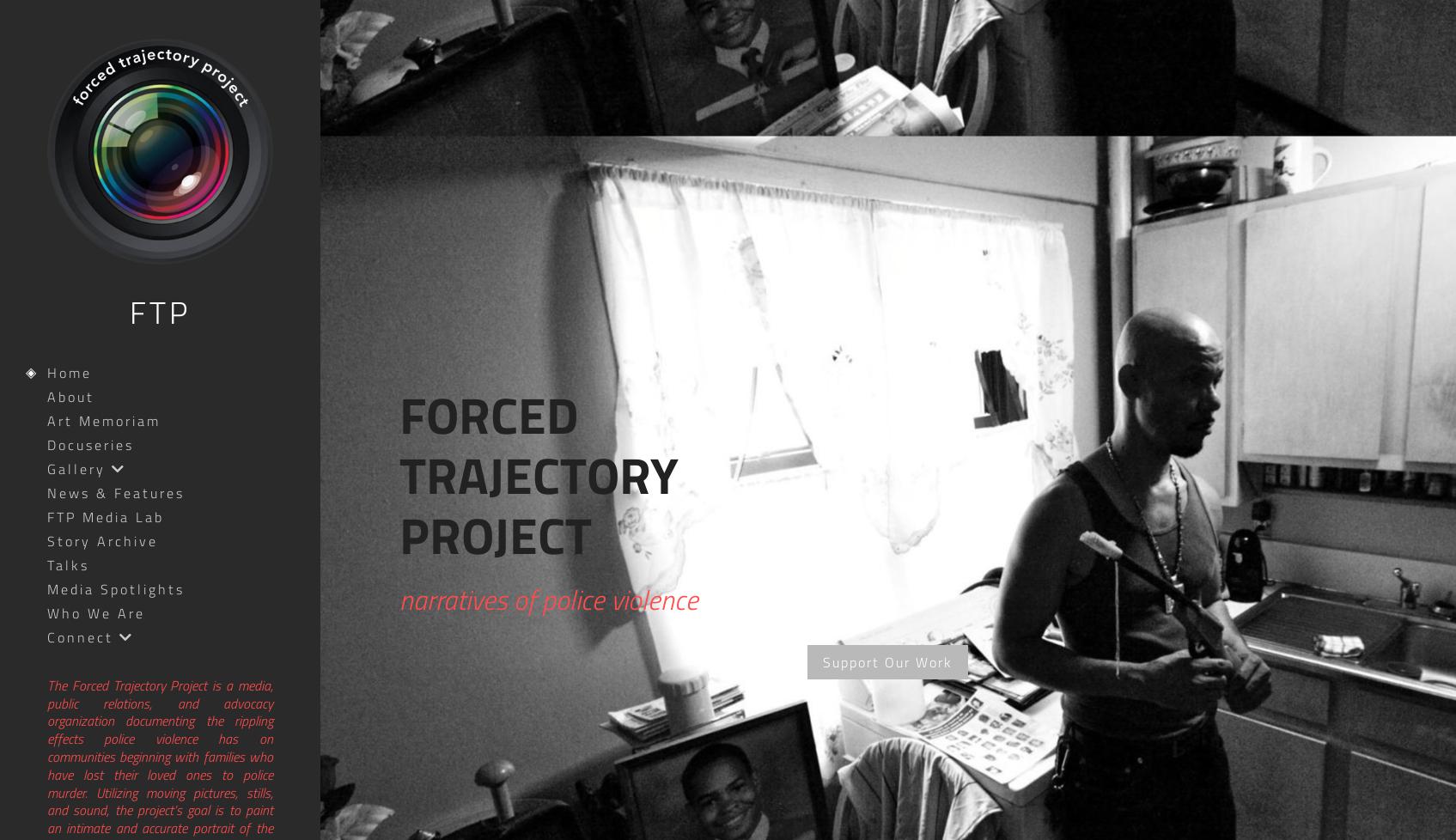 The width and height of the screenshot is (1456, 840). What do you see at coordinates (115, 587) in the screenshot?
I see `'Media Spotlights'` at bounding box center [115, 587].